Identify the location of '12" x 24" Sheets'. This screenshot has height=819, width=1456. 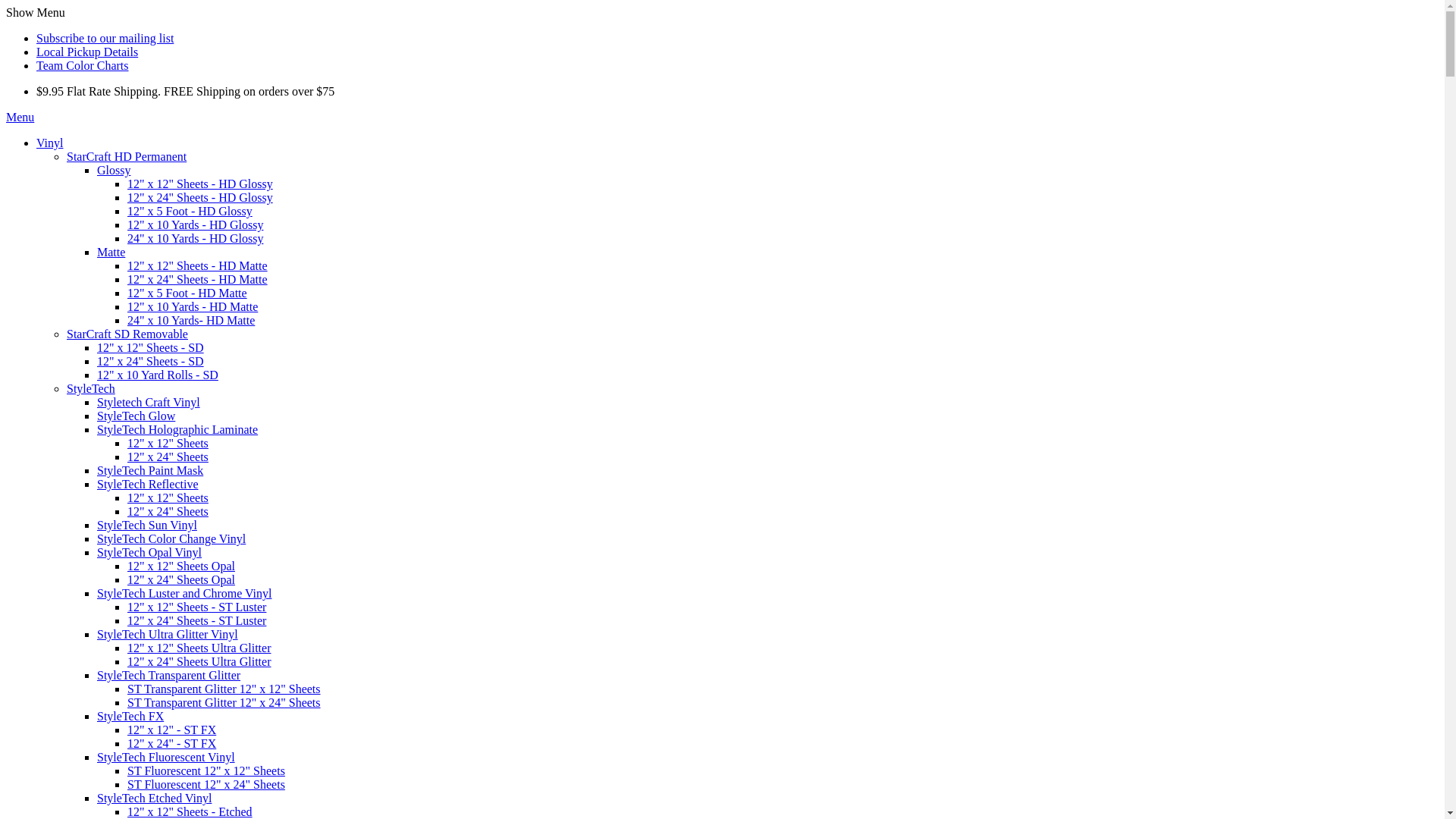
(168, 456).